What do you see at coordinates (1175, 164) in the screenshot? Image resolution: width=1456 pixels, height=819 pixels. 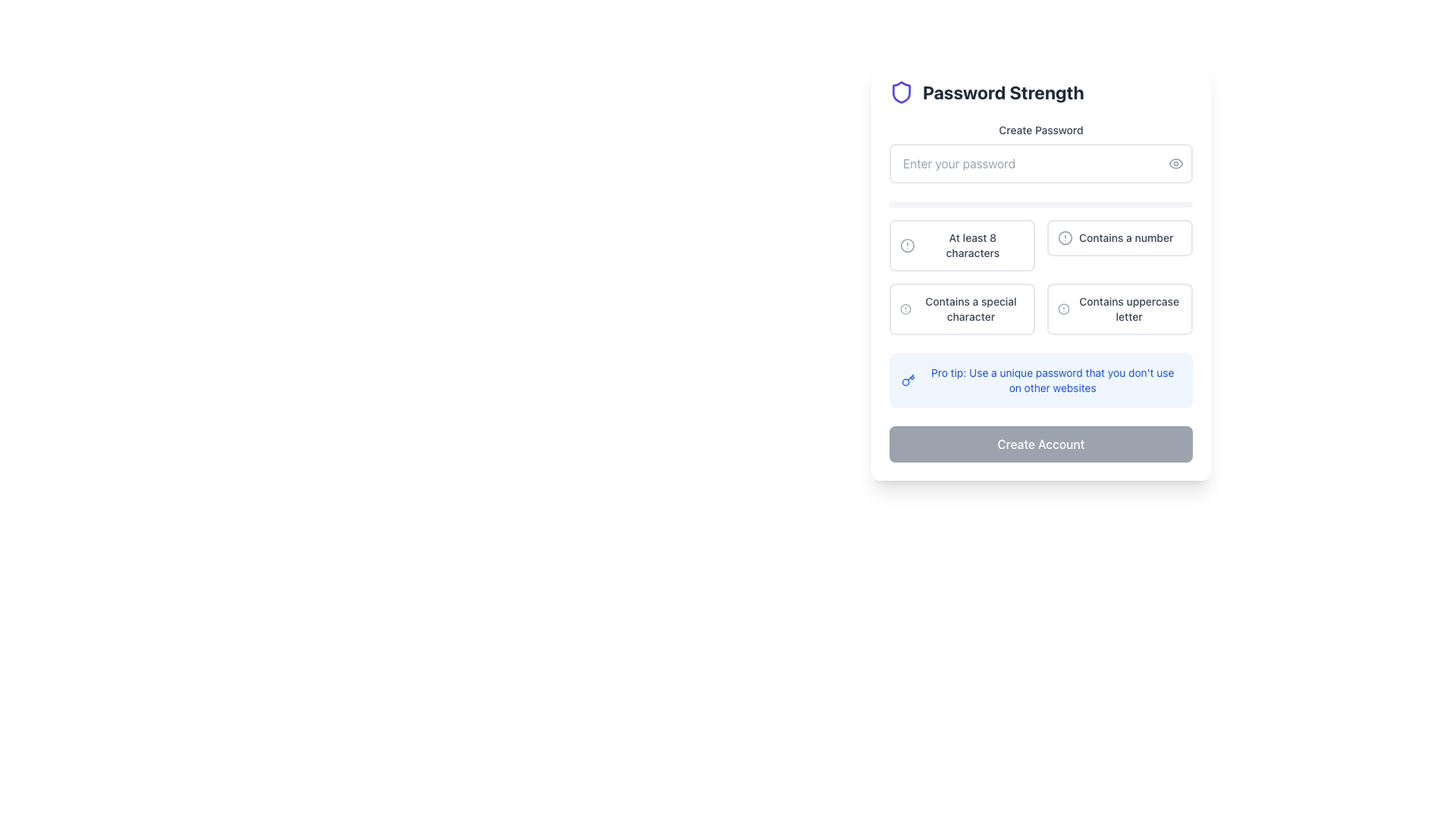 I see `the button located on the right side of the password input field` at bounding box center [1175, 164].